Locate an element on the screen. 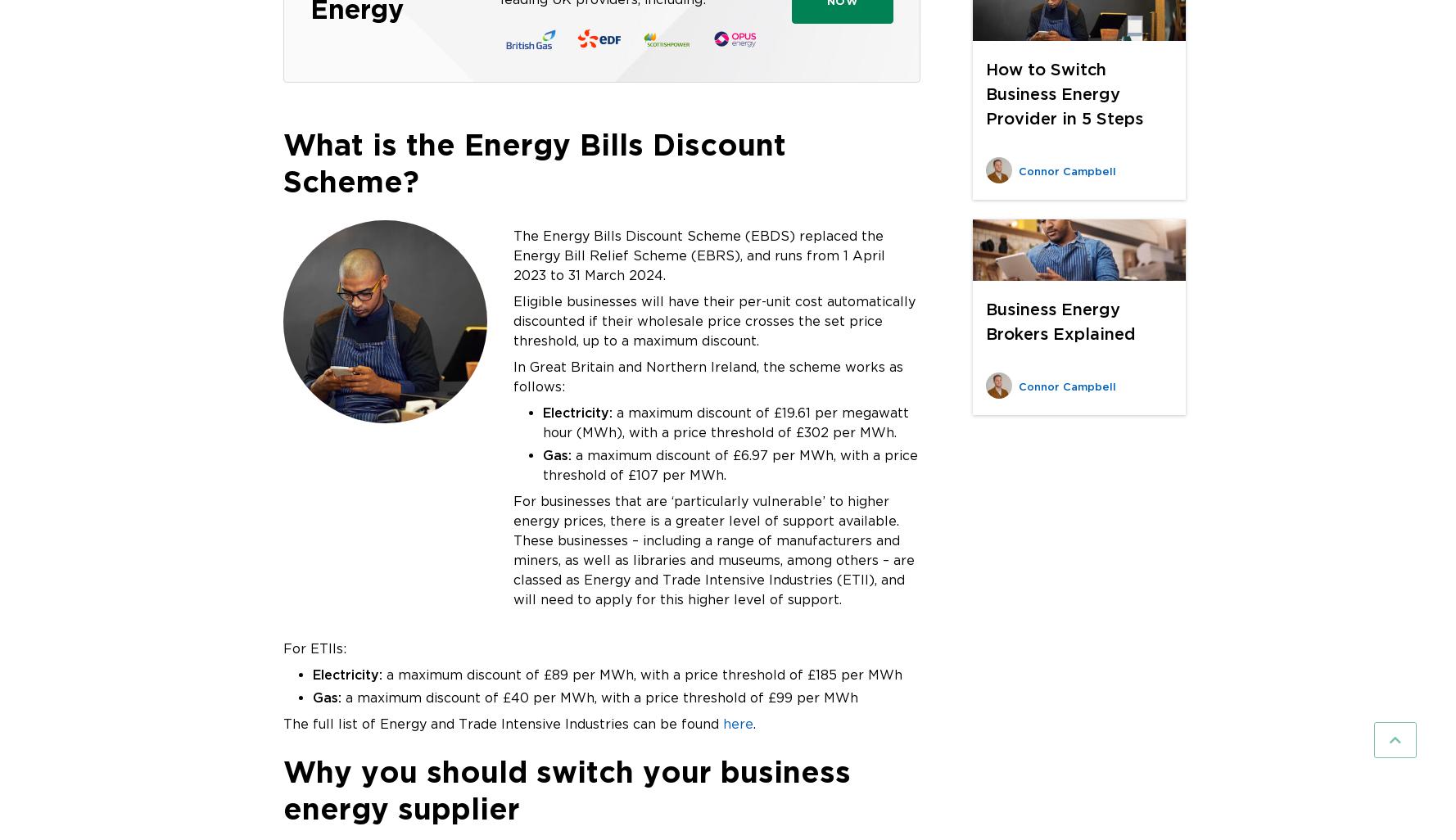 Image resolution: width=1456 pixels, height=840 pixels. 'Back To Top' is located at coordinates (1312, 738).